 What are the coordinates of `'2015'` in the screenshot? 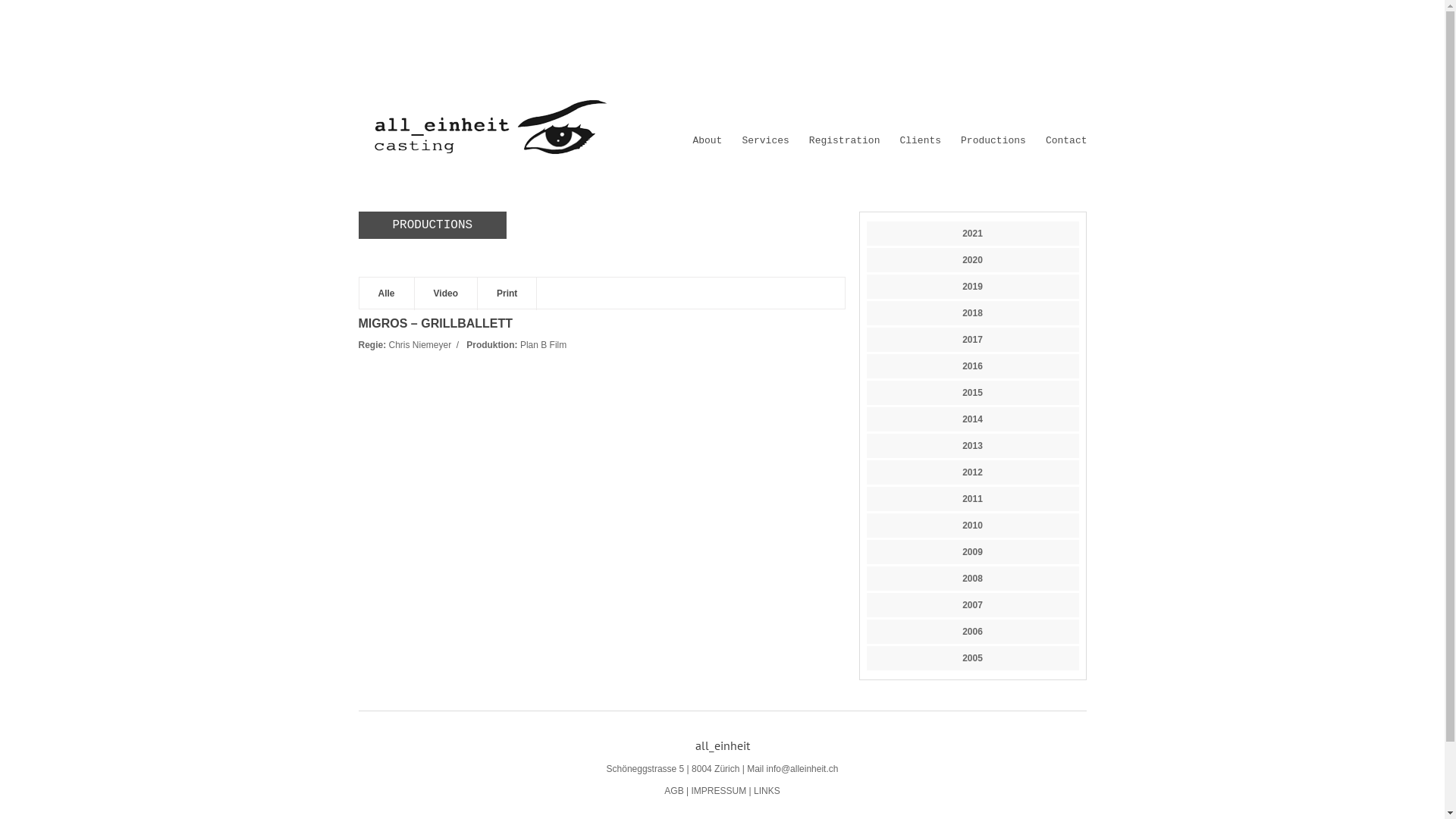 It's located at (972, 391).